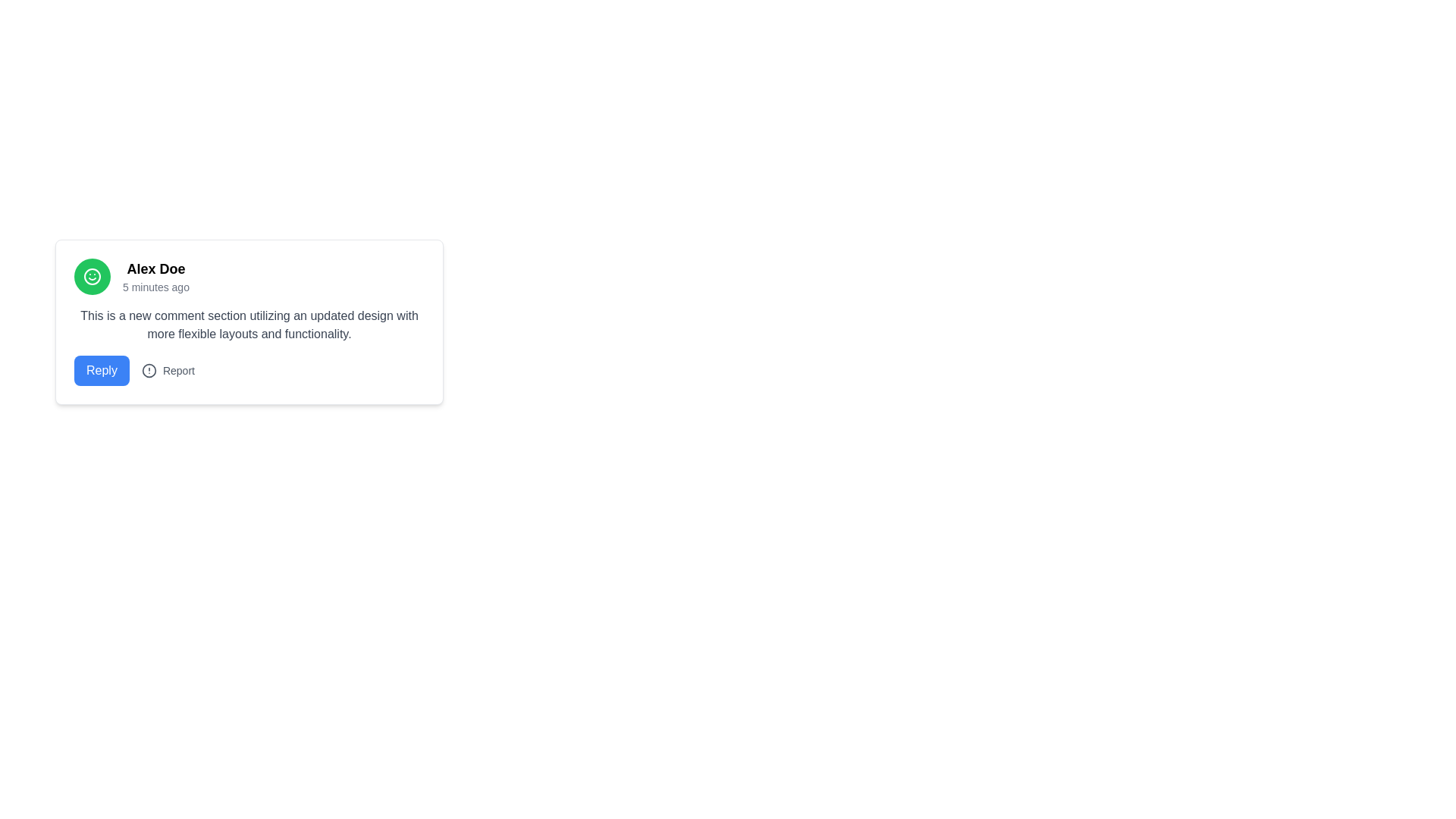  What do you see at coordinates (156, 268) in the screenshot?
I see `the text element that displays the name of the individual associated with the comment, located at the top right of the avatar icon and above the time elapsed since the comment was posted` at bounding box center [156, 268].